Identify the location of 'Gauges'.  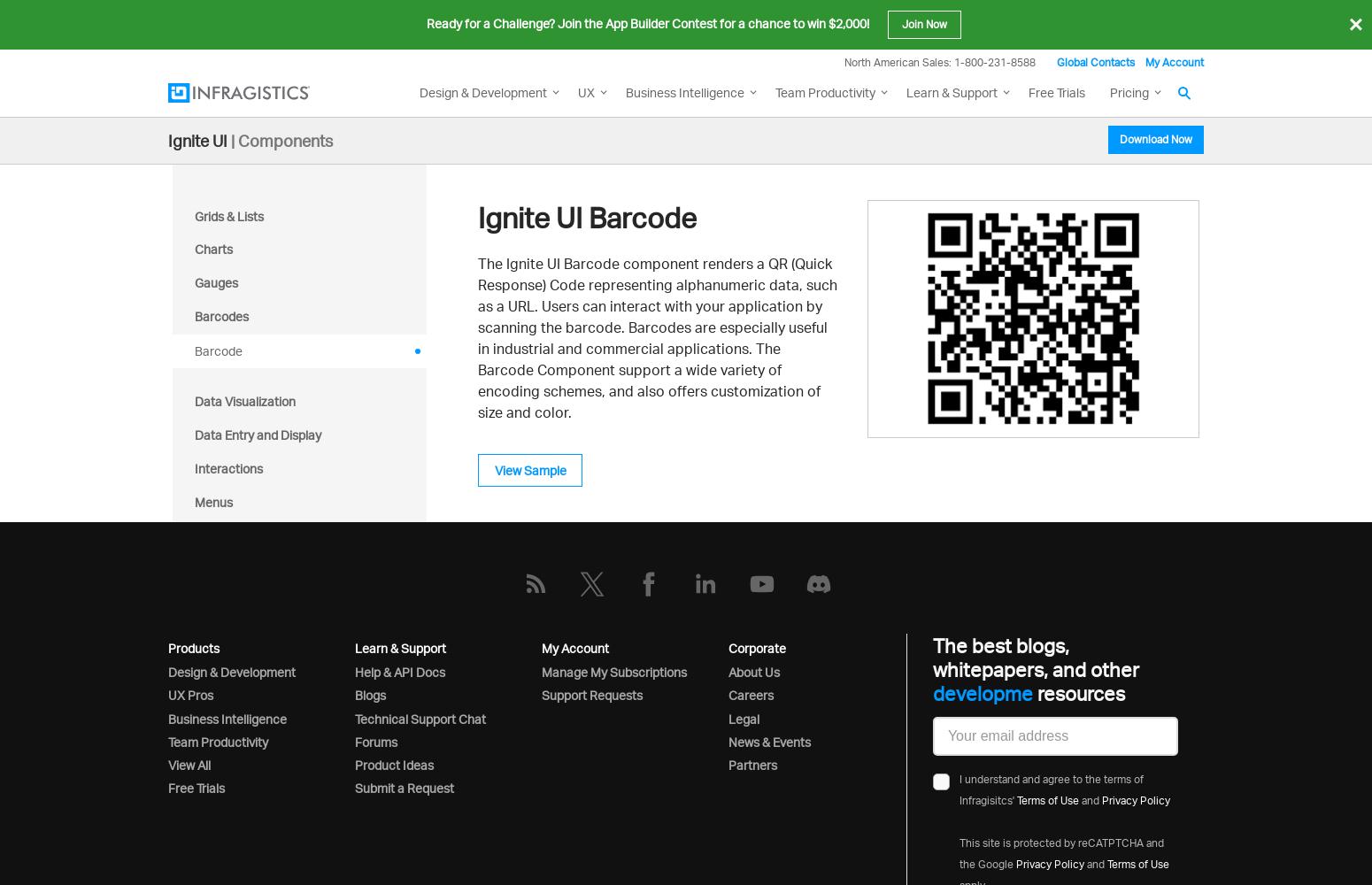
(216, 281).